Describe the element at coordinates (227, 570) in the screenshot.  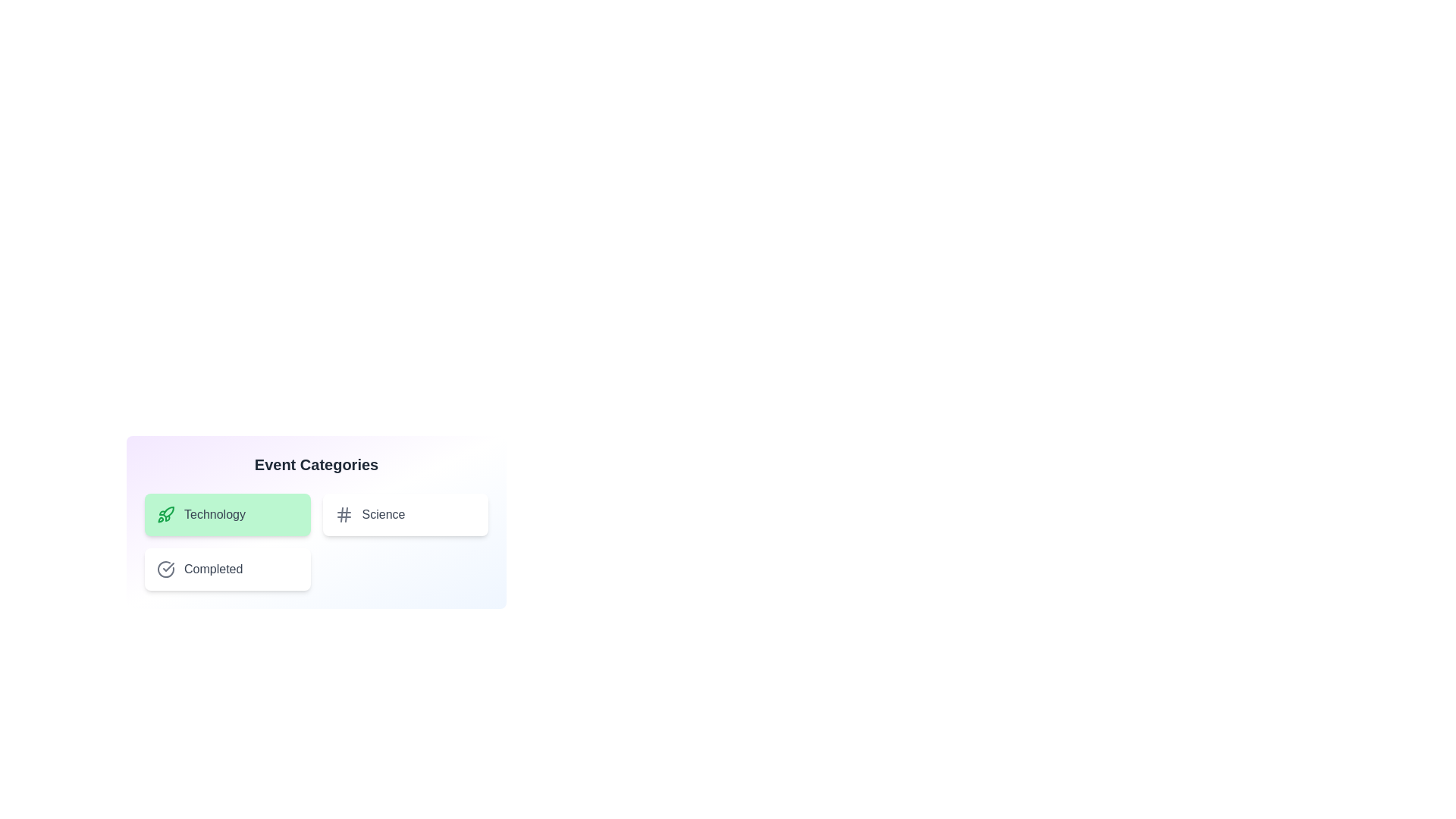
I see `the category chip named Completed` at that location.